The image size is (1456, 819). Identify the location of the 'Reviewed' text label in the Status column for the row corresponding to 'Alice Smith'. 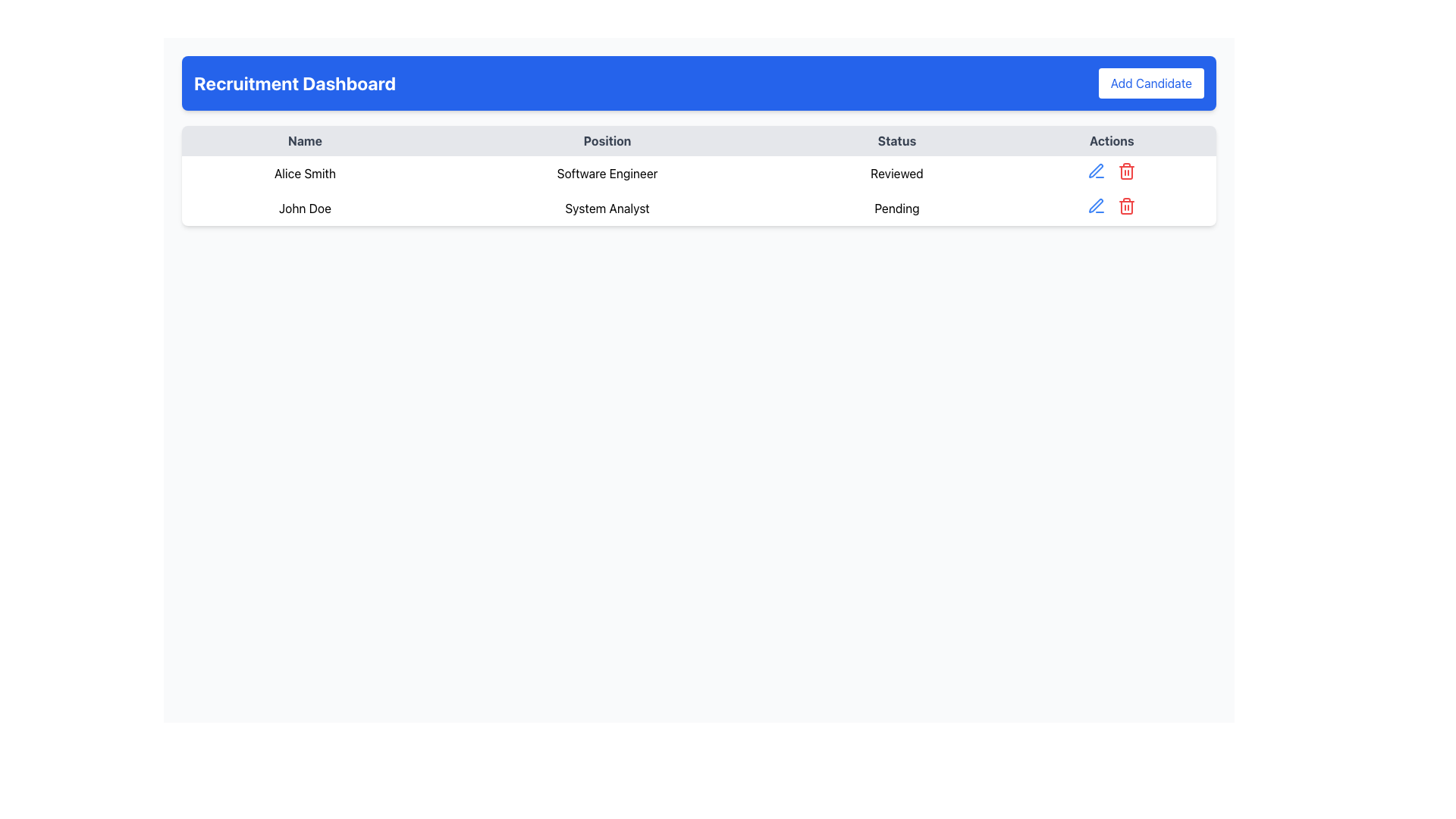
(896, 172).